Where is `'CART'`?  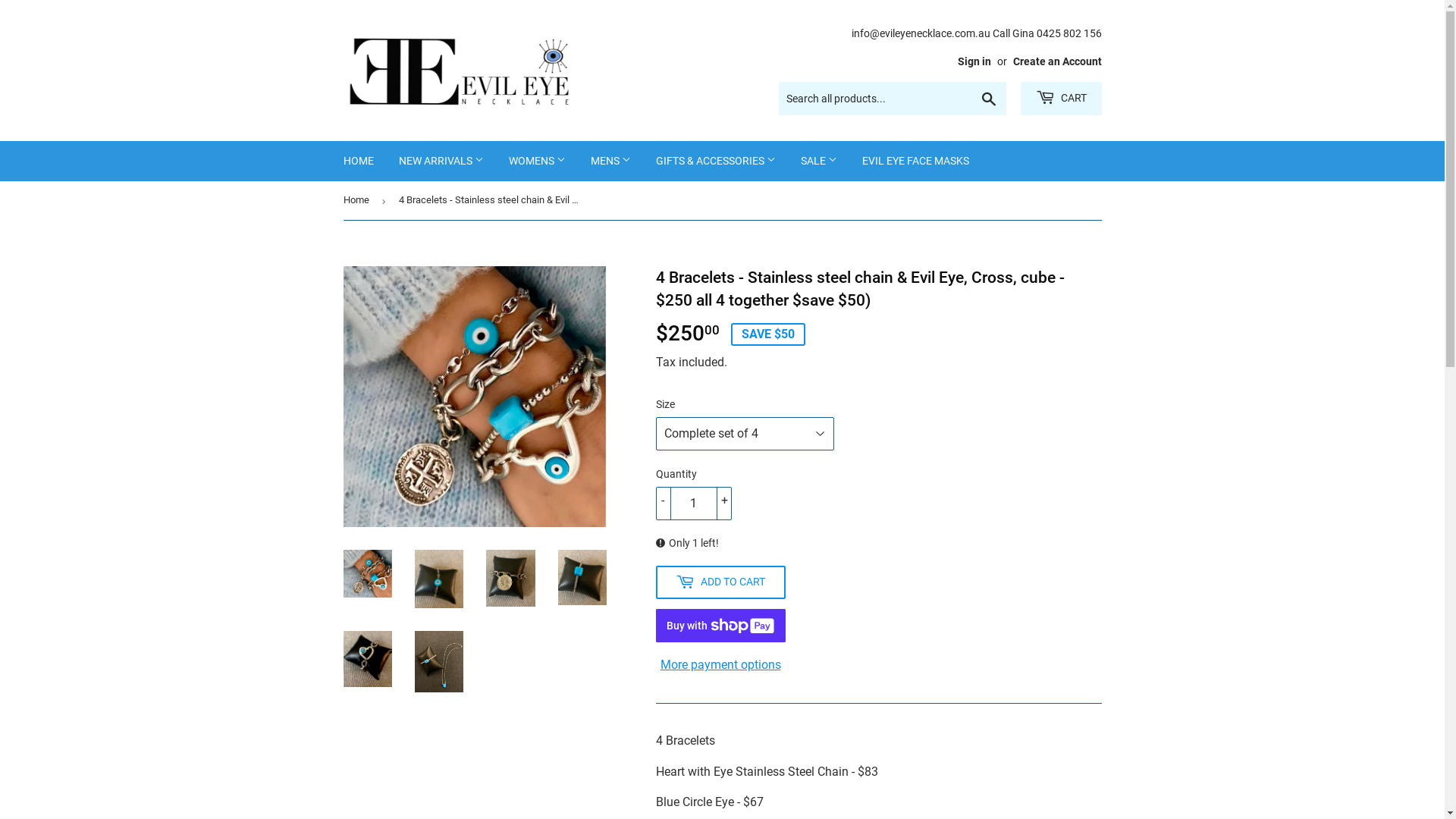
'CART' is located at coordinates (1060, 99).